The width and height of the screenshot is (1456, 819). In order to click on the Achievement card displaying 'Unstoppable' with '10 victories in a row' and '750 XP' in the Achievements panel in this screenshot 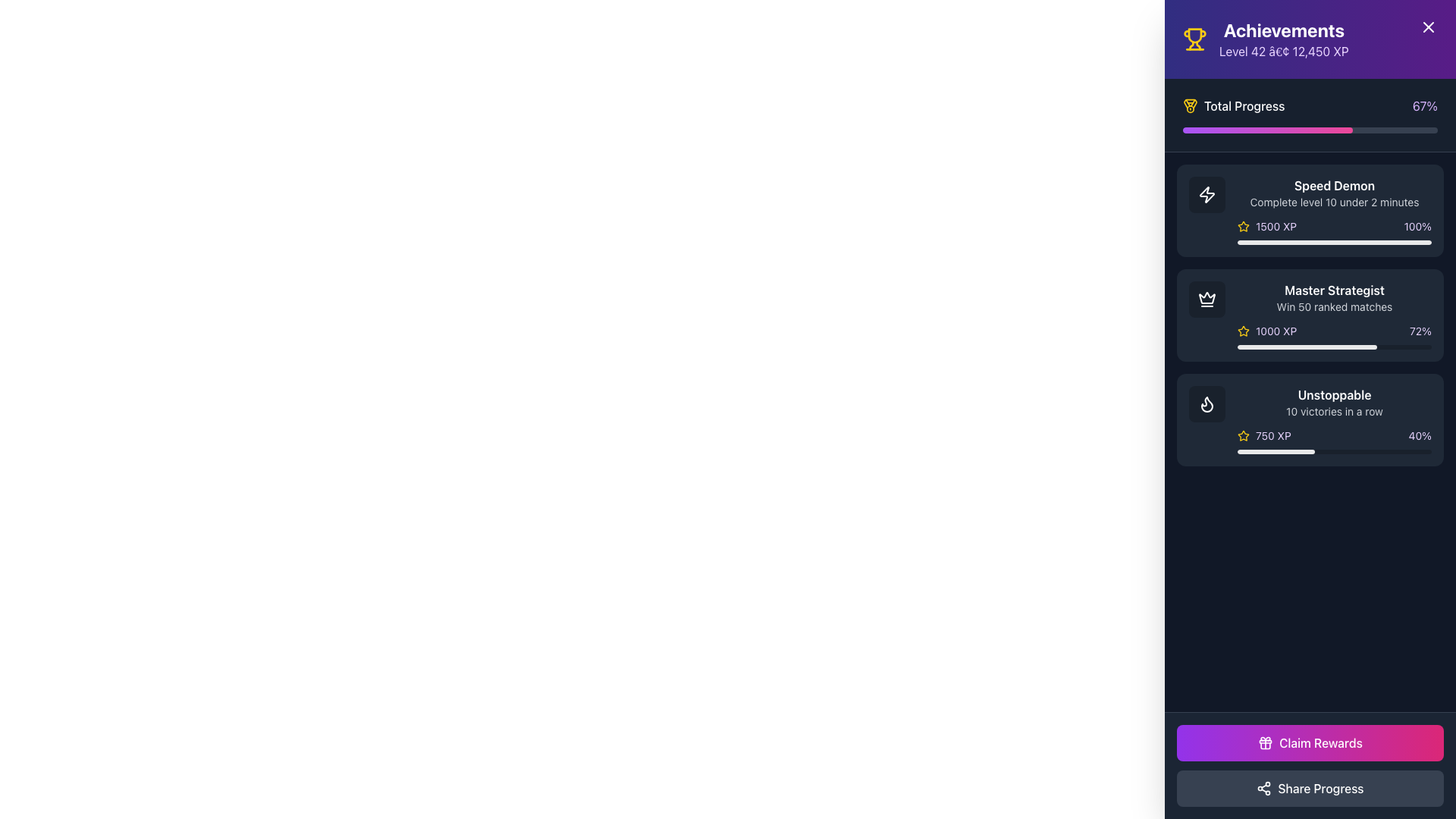, I will do `click(1310, 420)`.